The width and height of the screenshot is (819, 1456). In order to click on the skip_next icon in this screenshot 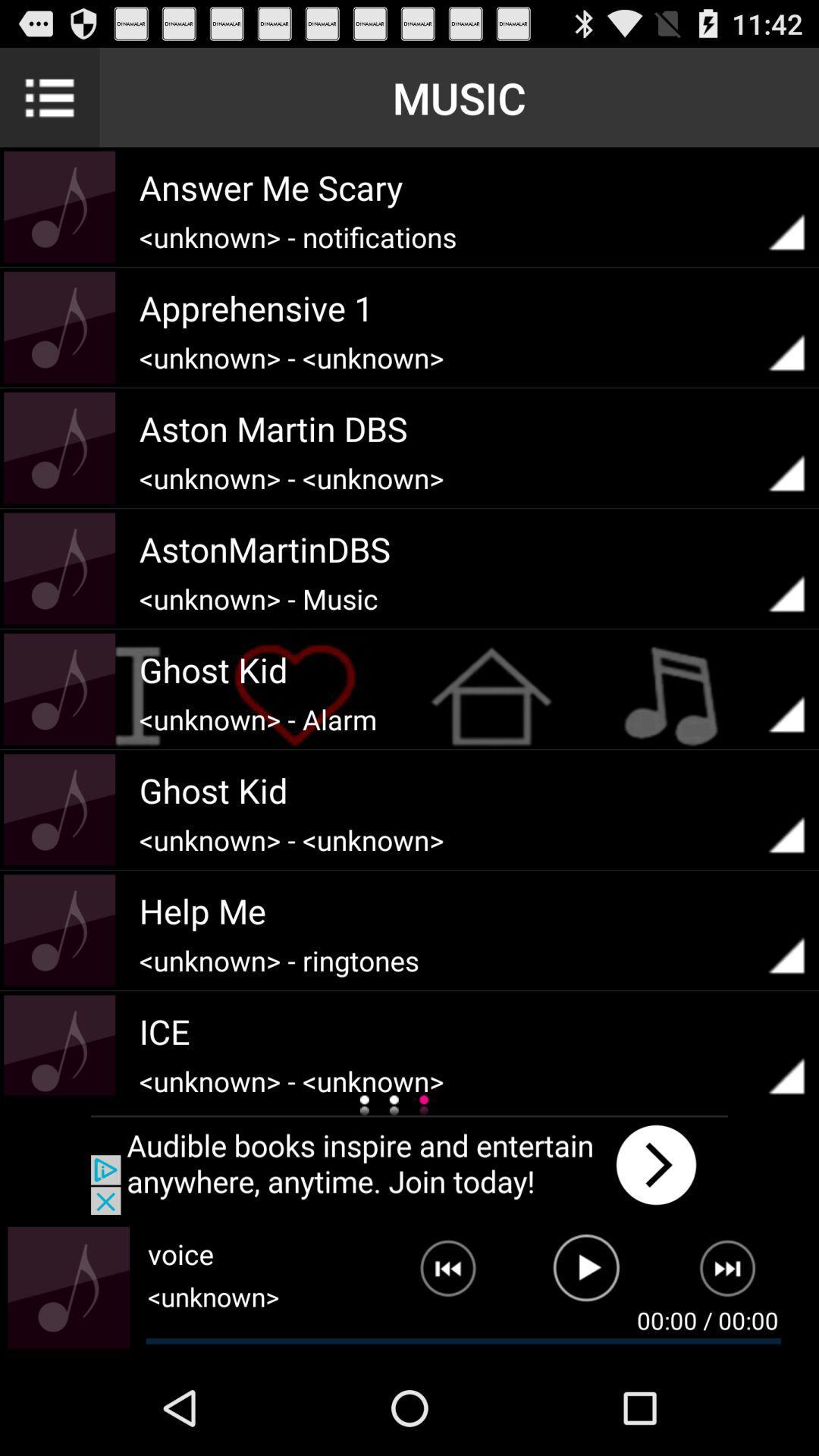, I will do `click(736, 1364)`.